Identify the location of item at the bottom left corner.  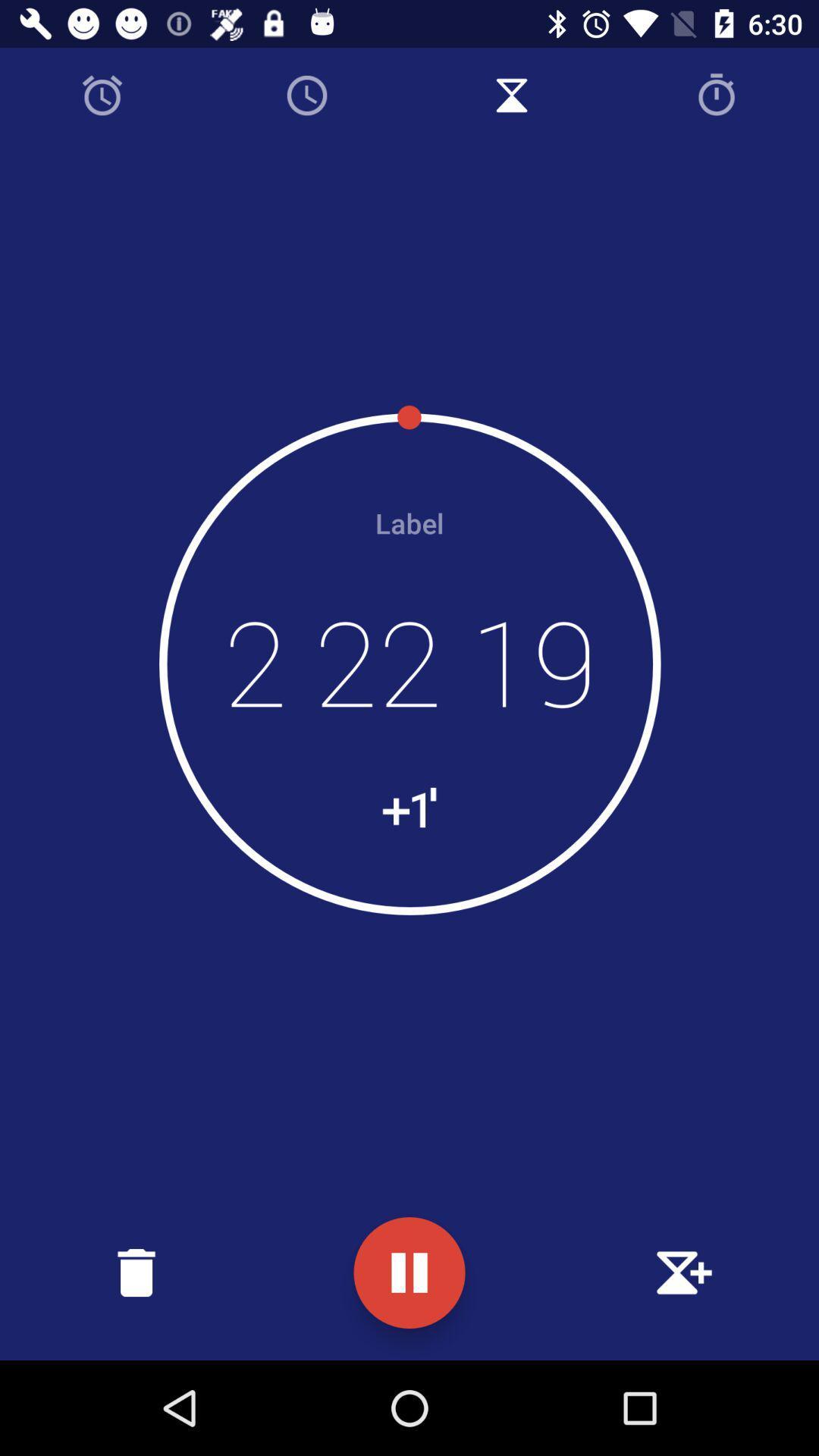
(136, 1272).